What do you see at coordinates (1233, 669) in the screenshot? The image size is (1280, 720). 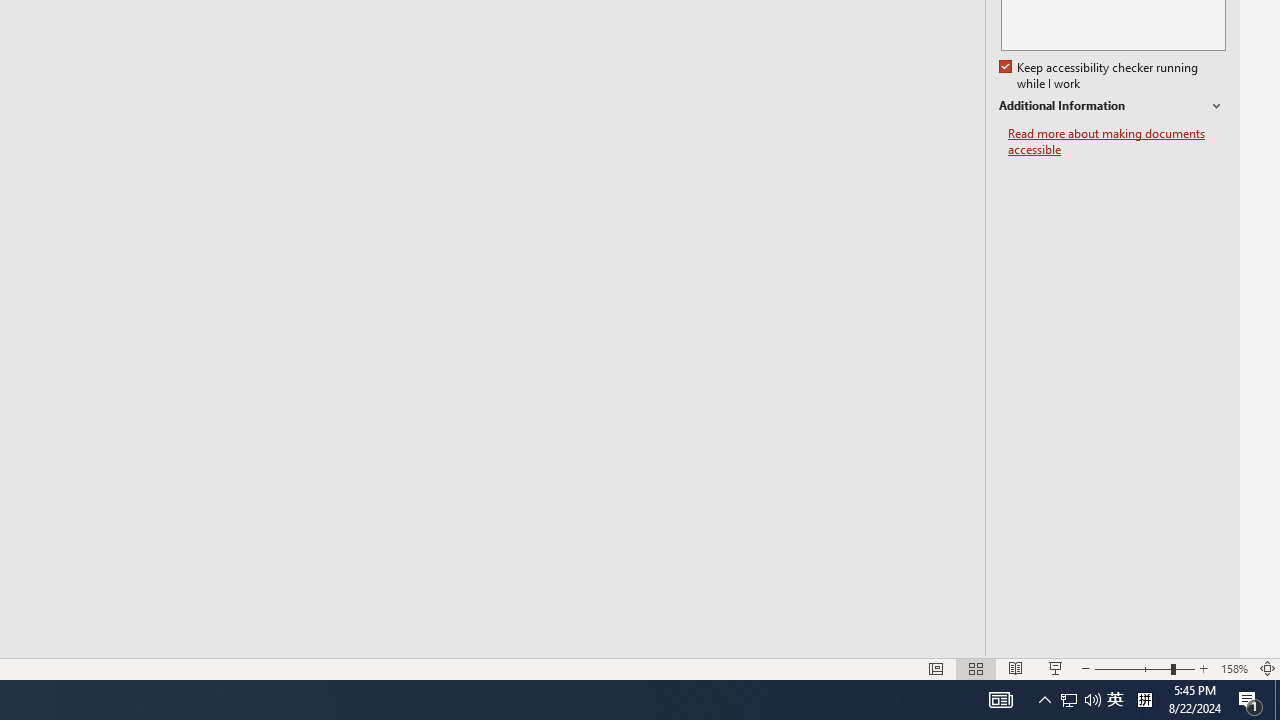 I see `'Zoom 158%'` at bounding box center [1233, 669].